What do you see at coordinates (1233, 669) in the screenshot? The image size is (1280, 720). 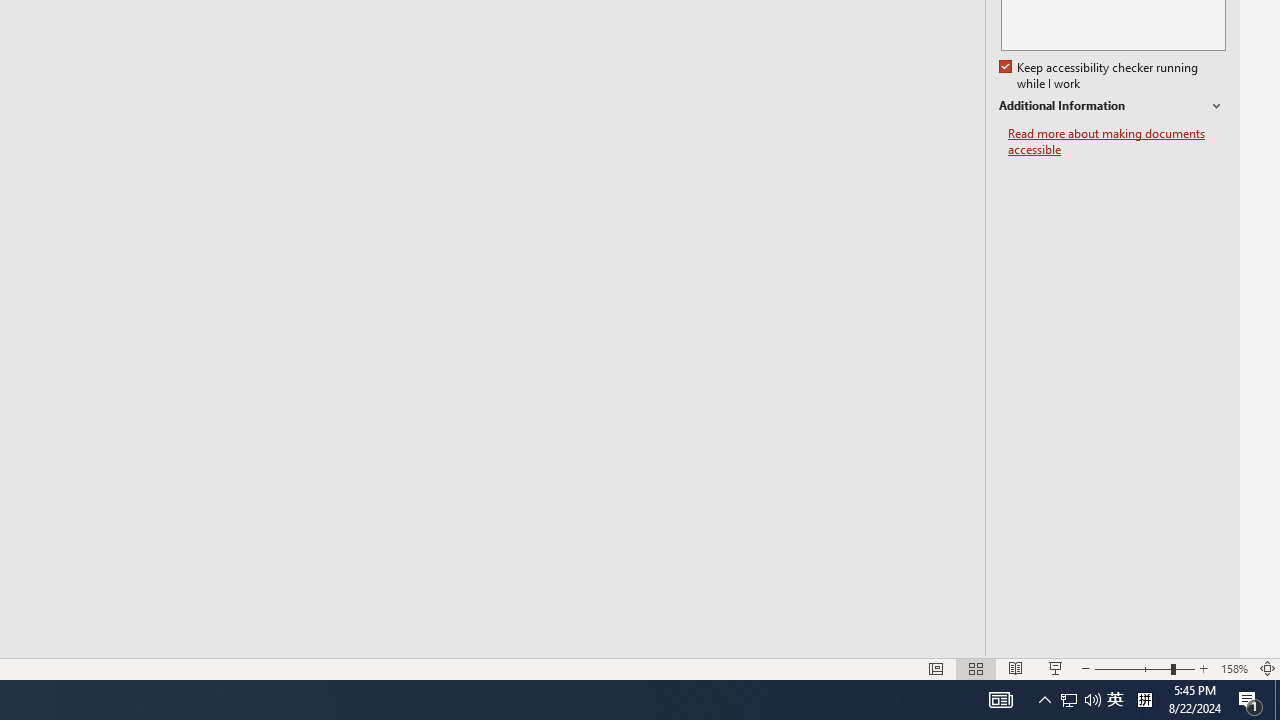 I see `'Zoom 158%'` at bounding box center [1233, 669].